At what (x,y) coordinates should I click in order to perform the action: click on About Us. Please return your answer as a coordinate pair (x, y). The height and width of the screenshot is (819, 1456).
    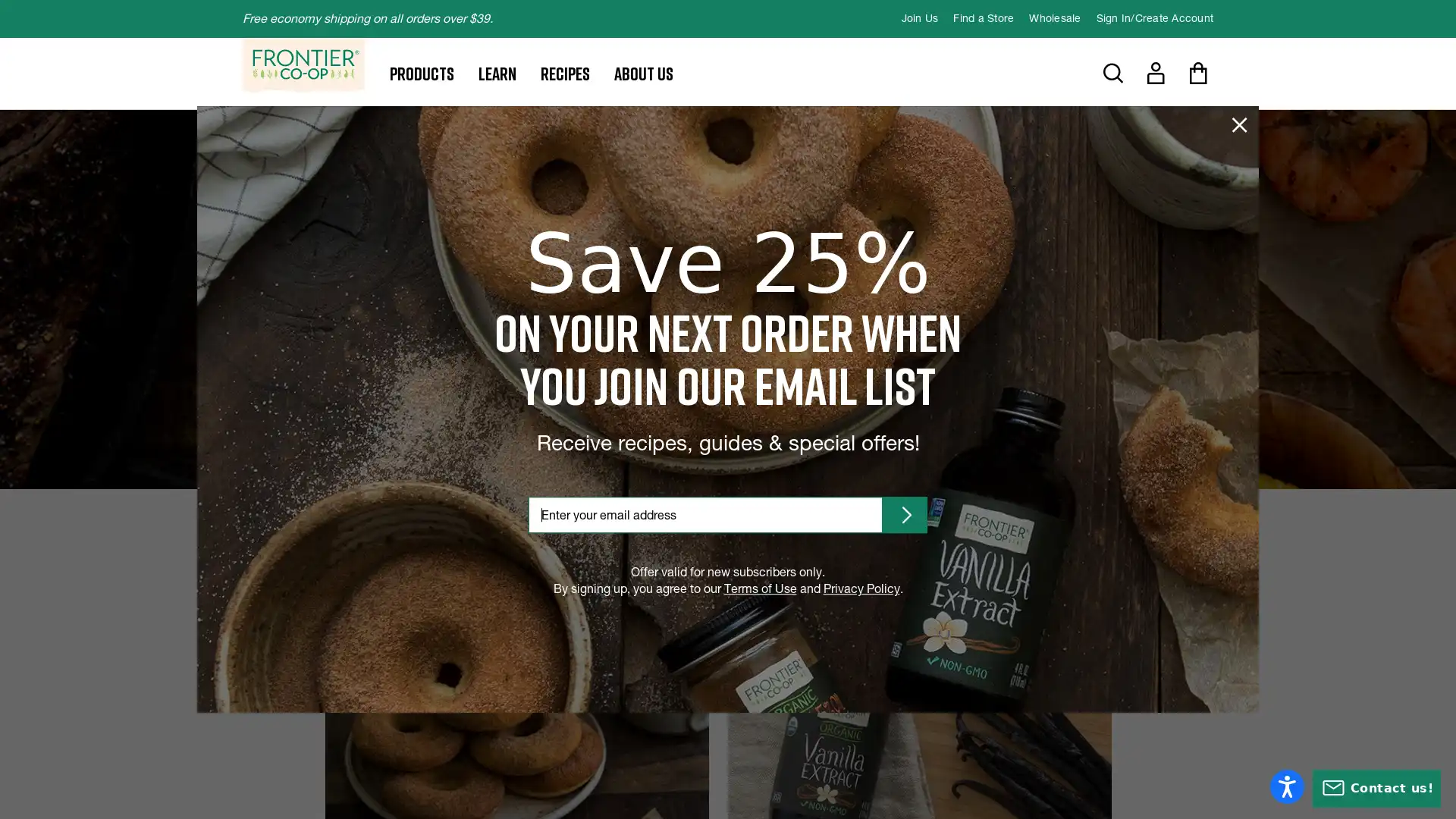
    Looking at the image, I should click on (644, 73).